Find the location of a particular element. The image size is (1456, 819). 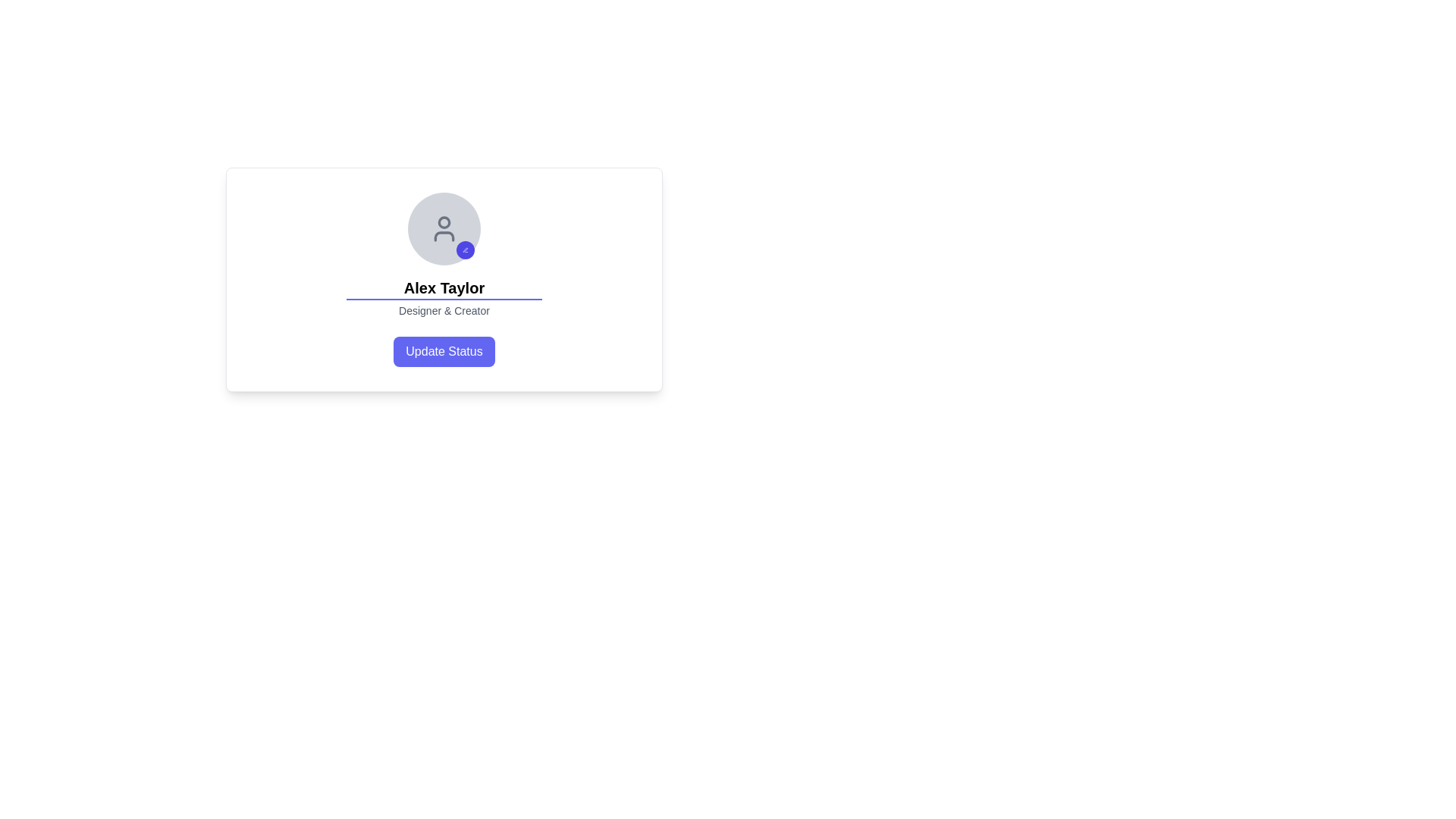

the edit button with a pen icon located at the bottom-right edge of the avatar's border to initiate editing is located at coordinates (465, 249).